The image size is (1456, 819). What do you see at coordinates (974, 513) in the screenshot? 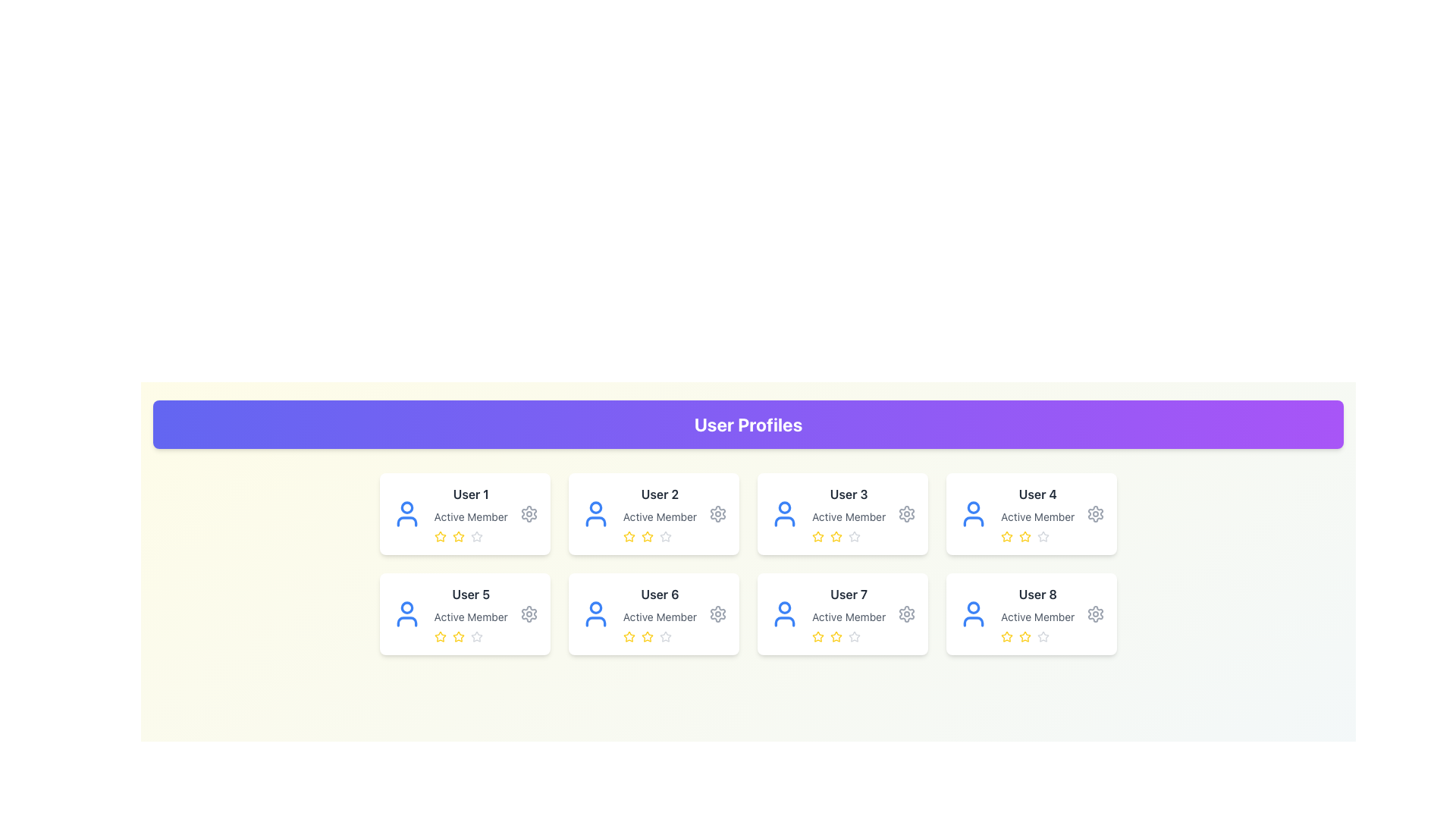
I see `the user identification icon in the 'User 4' card located in the first row and fourth column of the grid layout` at bounding box center [974, 513].